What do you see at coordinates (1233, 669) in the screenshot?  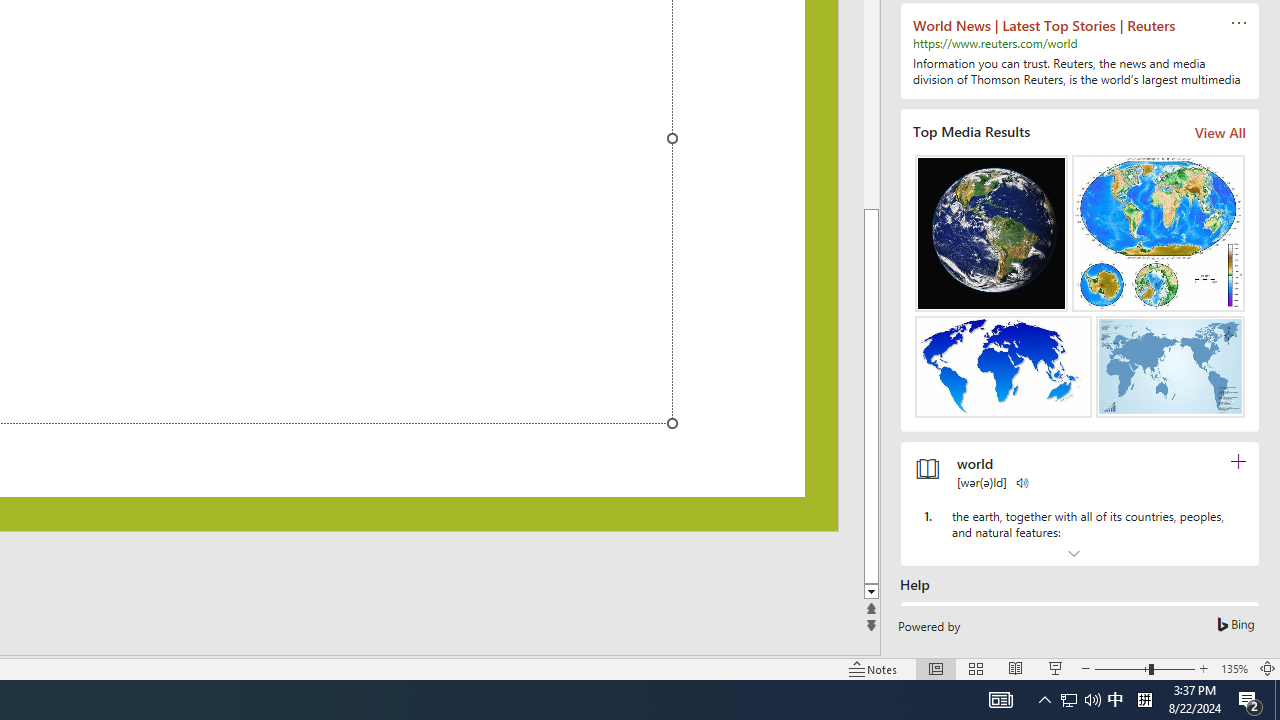 I see `'Zoom 135%'` at bounding box center [1233, 669].